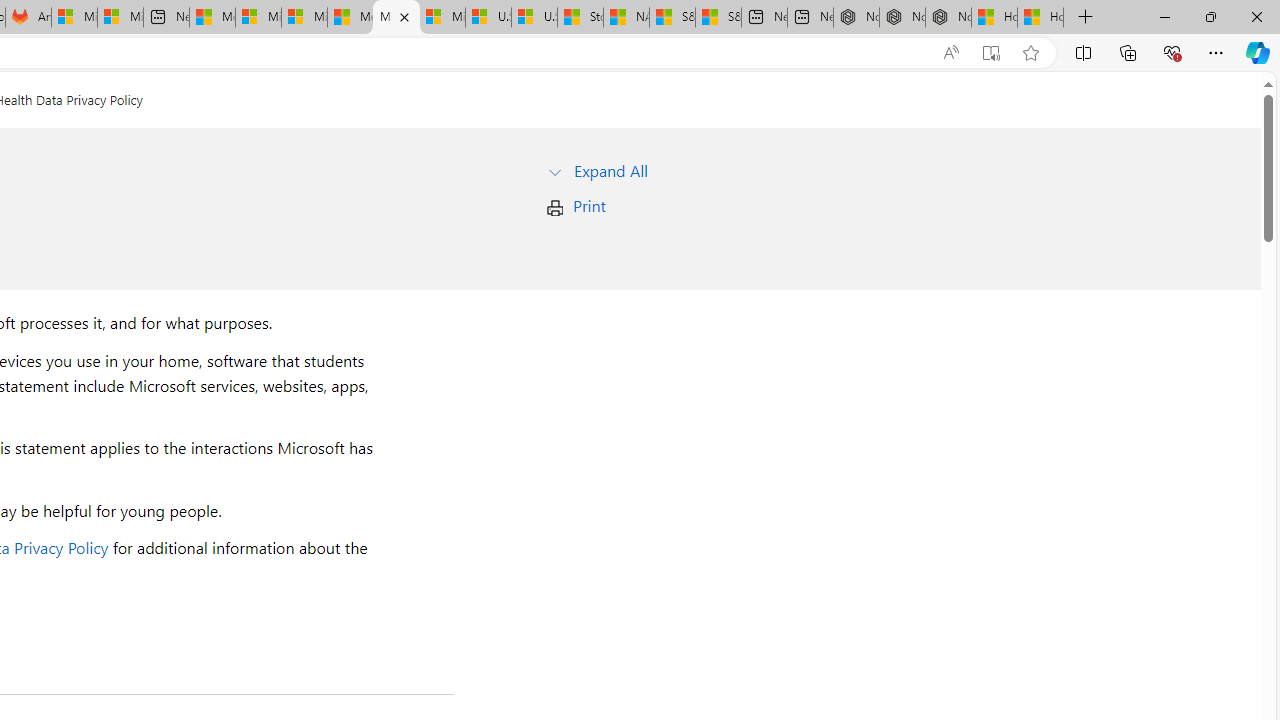  Describe the element at coordinates (303, 17) in the screenshot. I see `'Microsoft account | Home'` at that location.